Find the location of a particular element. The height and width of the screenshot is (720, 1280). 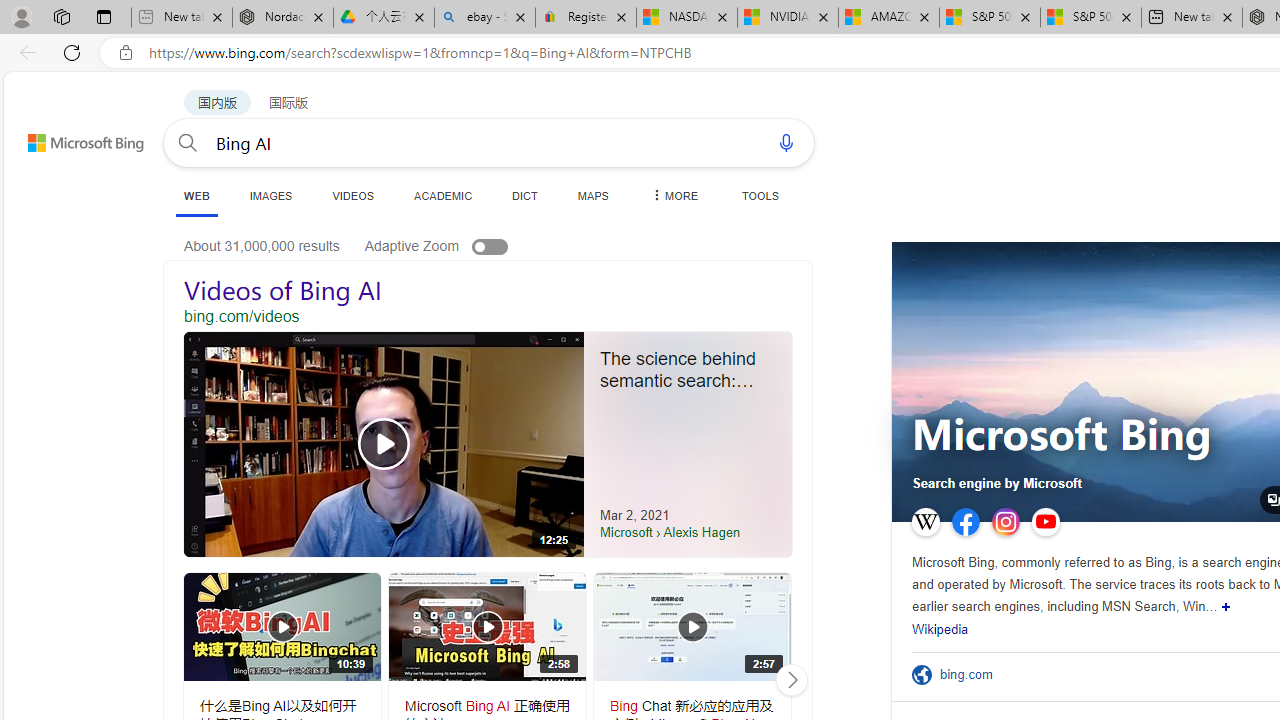

'Show more' is located at coordinates (1225, 605).